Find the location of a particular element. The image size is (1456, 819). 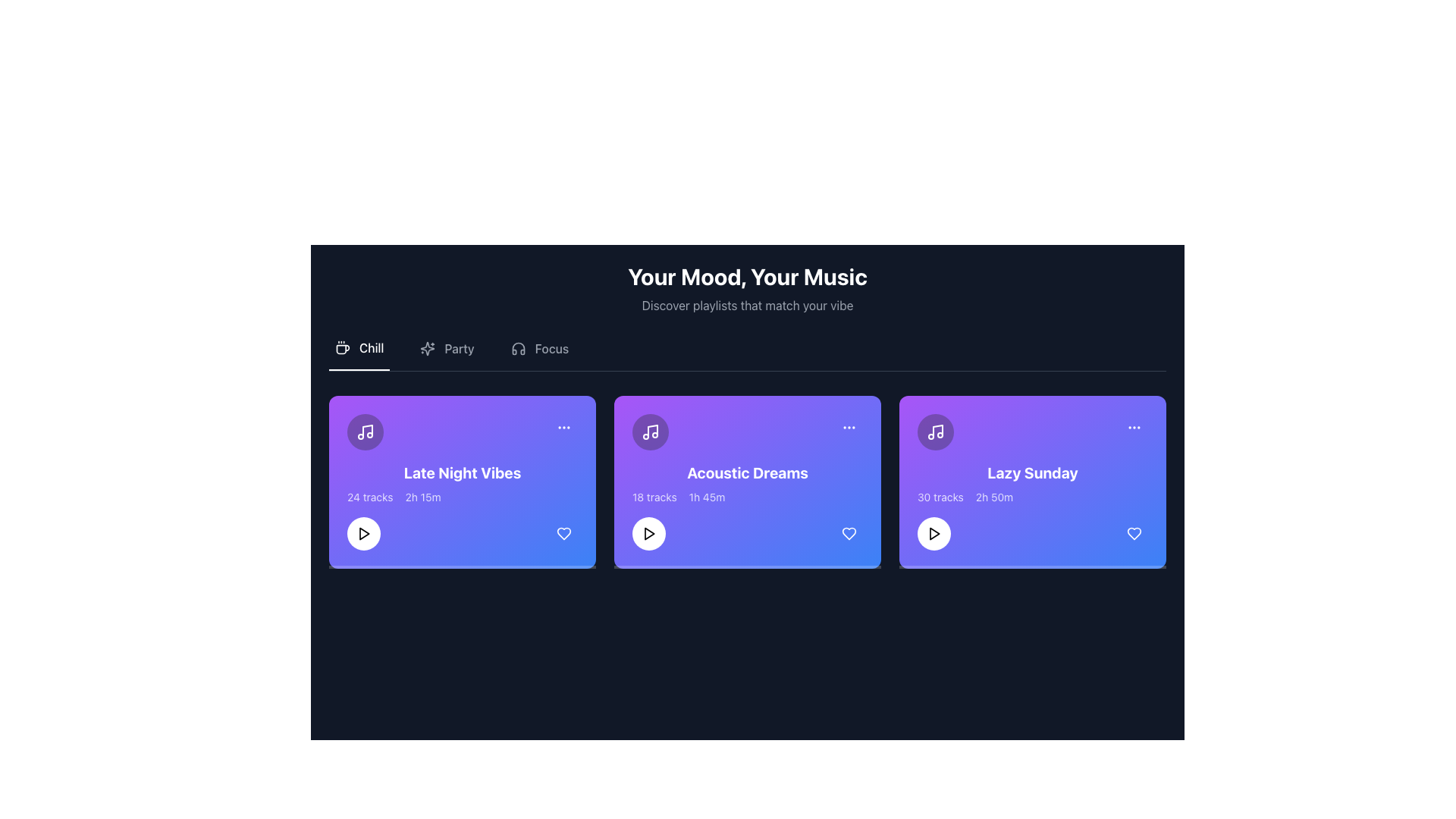

the heart button located at the bottom-right corner of the third card titled 'Lazy Sunday' is located at coordinates (1134, 533).